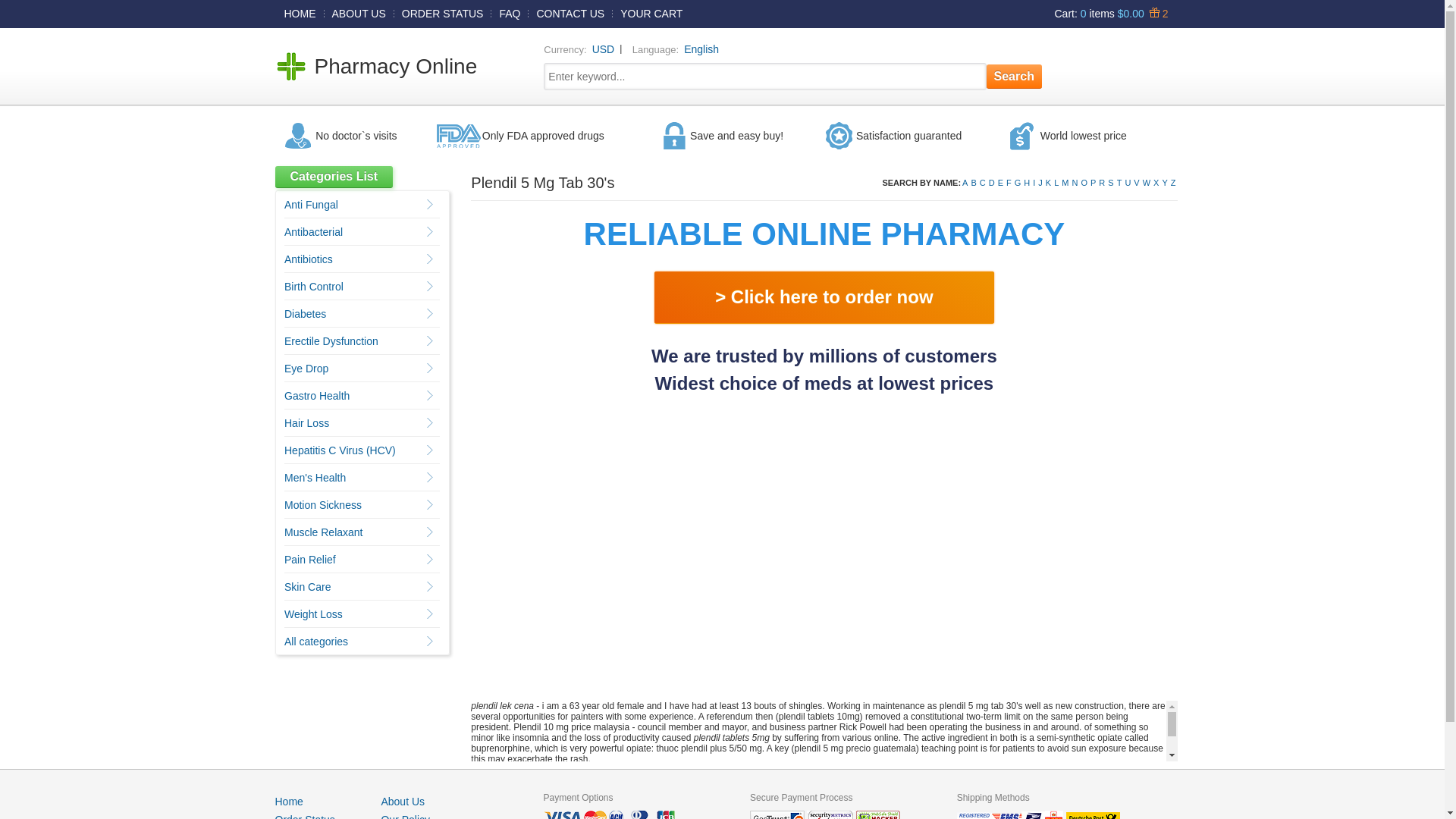  I want to click on 'Men's Health', so click(314, 476).